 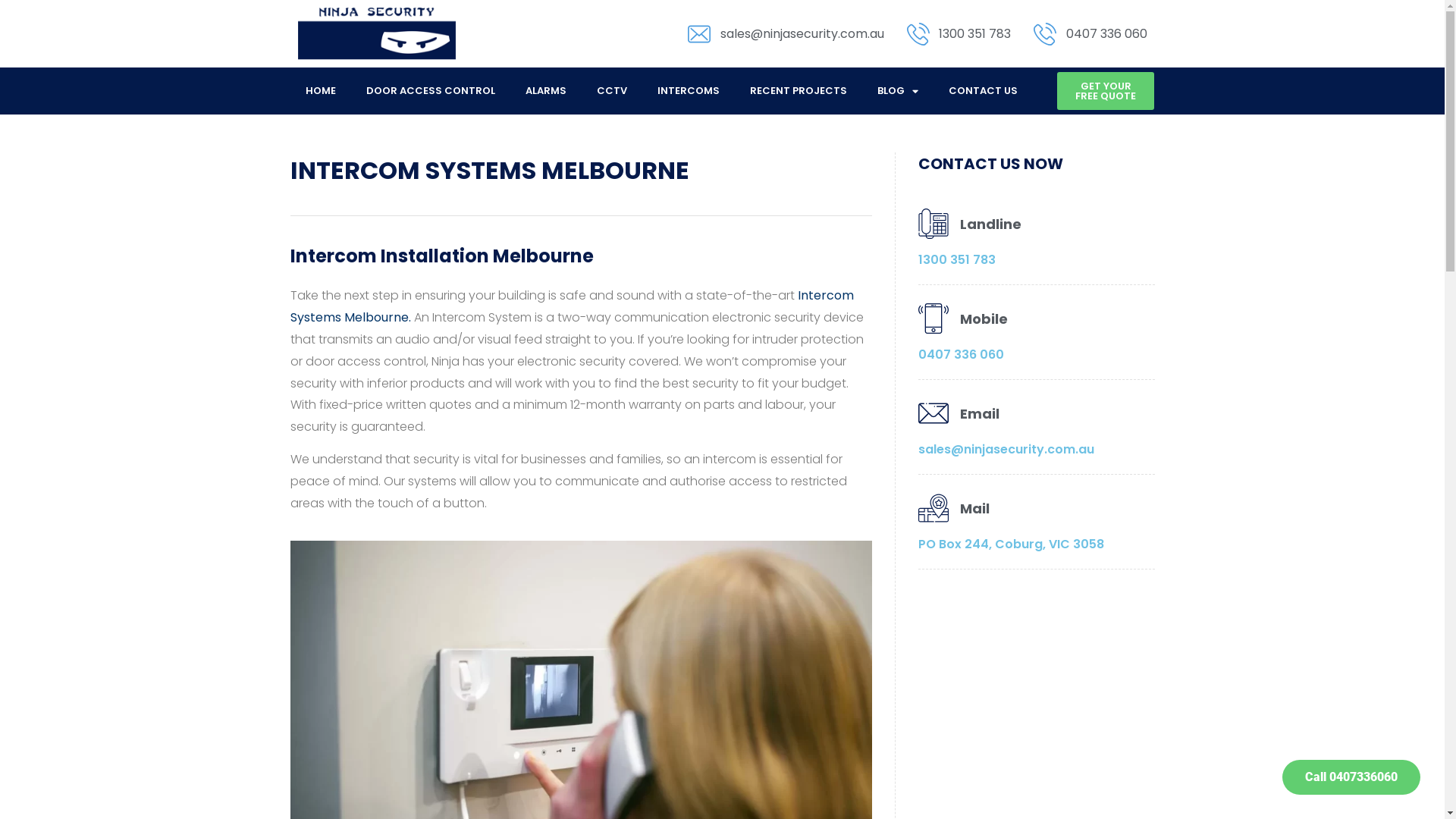 What do you see at coordinates (428, 90) in the screenshot?
I see `'DOOR ACCESS CONTROL'` at bounding box center [428, 90].